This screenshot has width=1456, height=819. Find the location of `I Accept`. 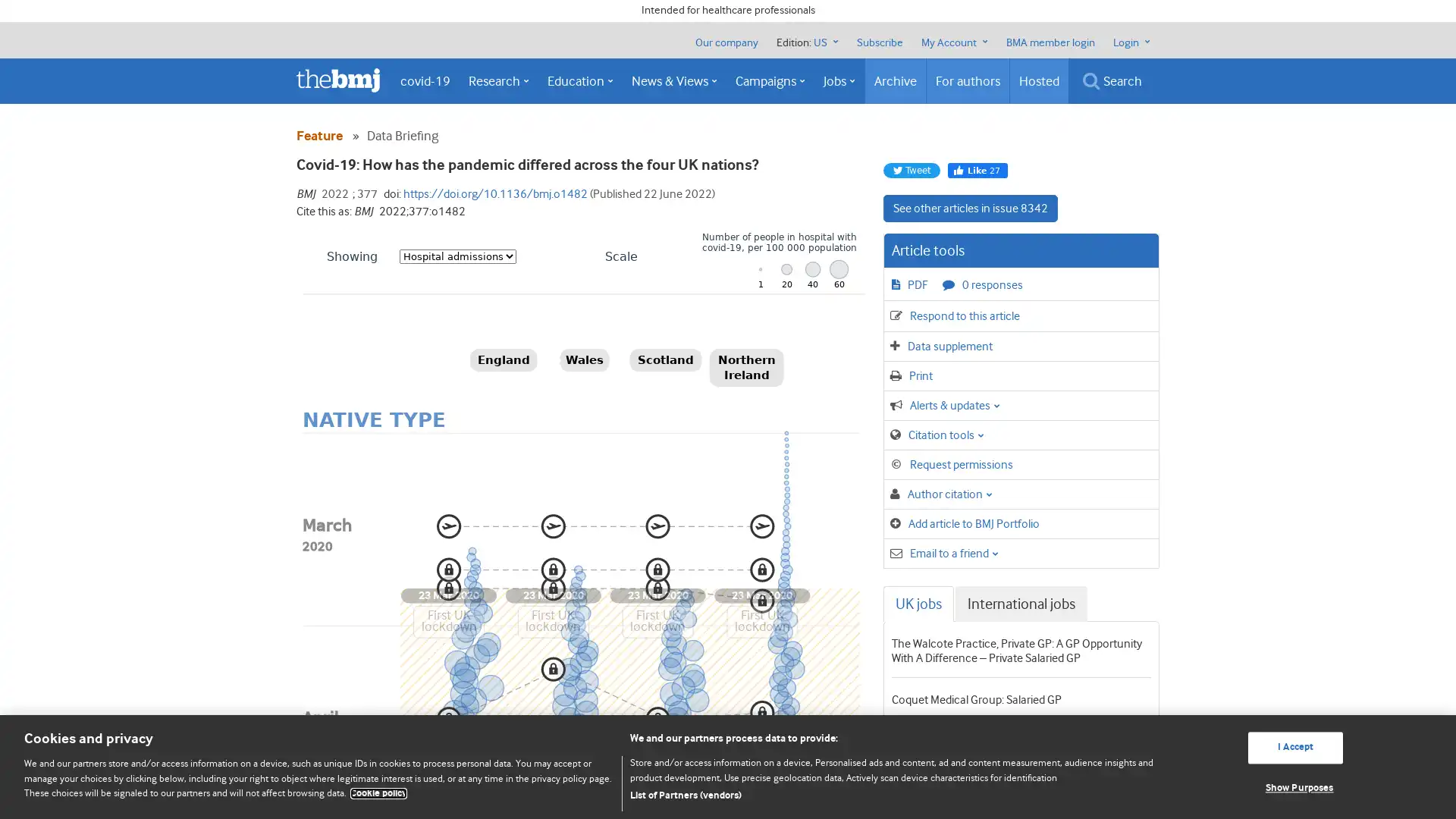

I Accept is located at coordinates (1294, 747).